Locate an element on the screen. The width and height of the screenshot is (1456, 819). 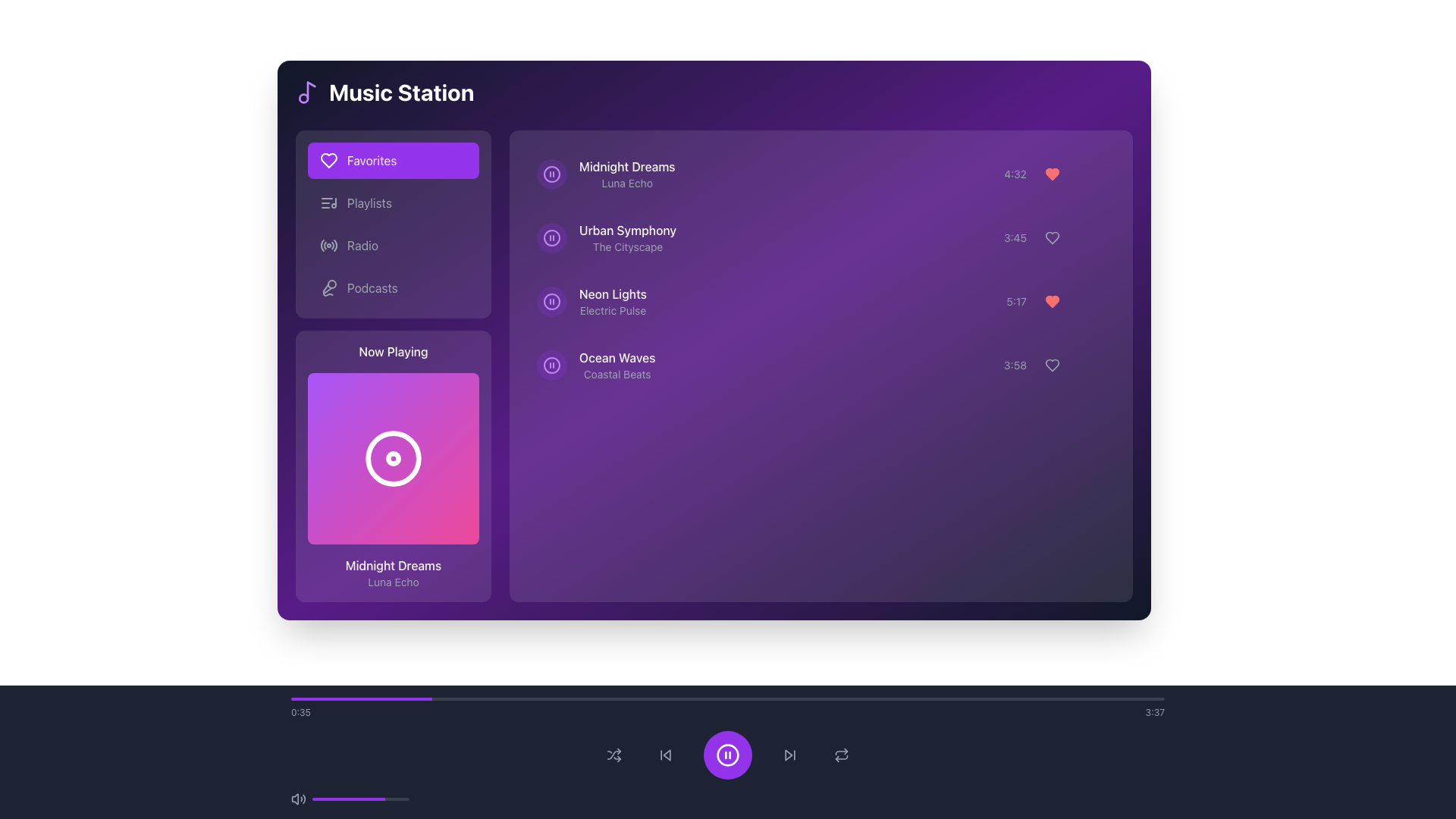
the circular pause button with two vertical bars in the 'Urban Symphony' row is located at coordinates (551, 237).